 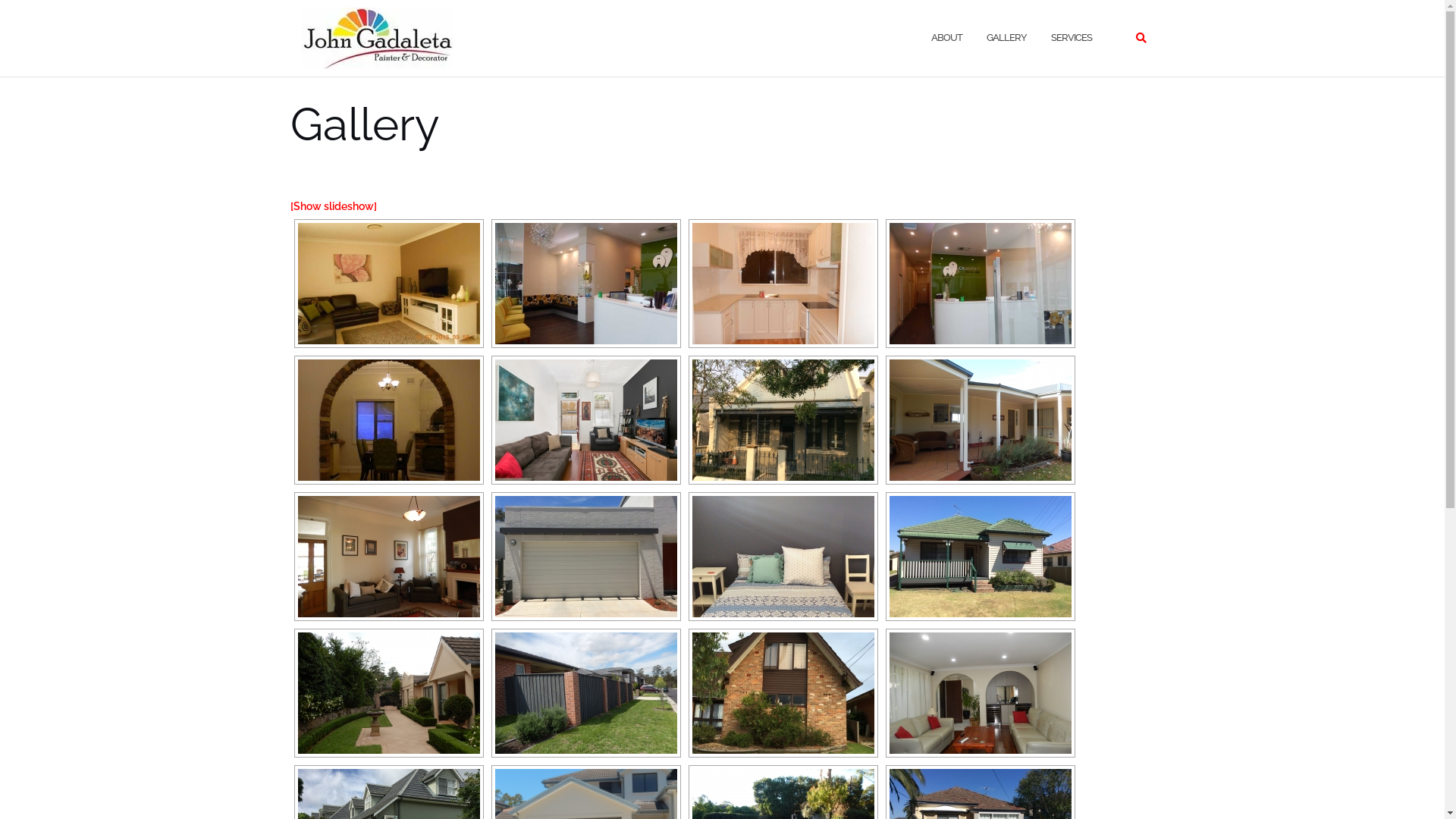 What do you see at coordinates (331, 206) in the screenshot?
I see `'[Show slideshow]'` at bounding box center [331, 206].